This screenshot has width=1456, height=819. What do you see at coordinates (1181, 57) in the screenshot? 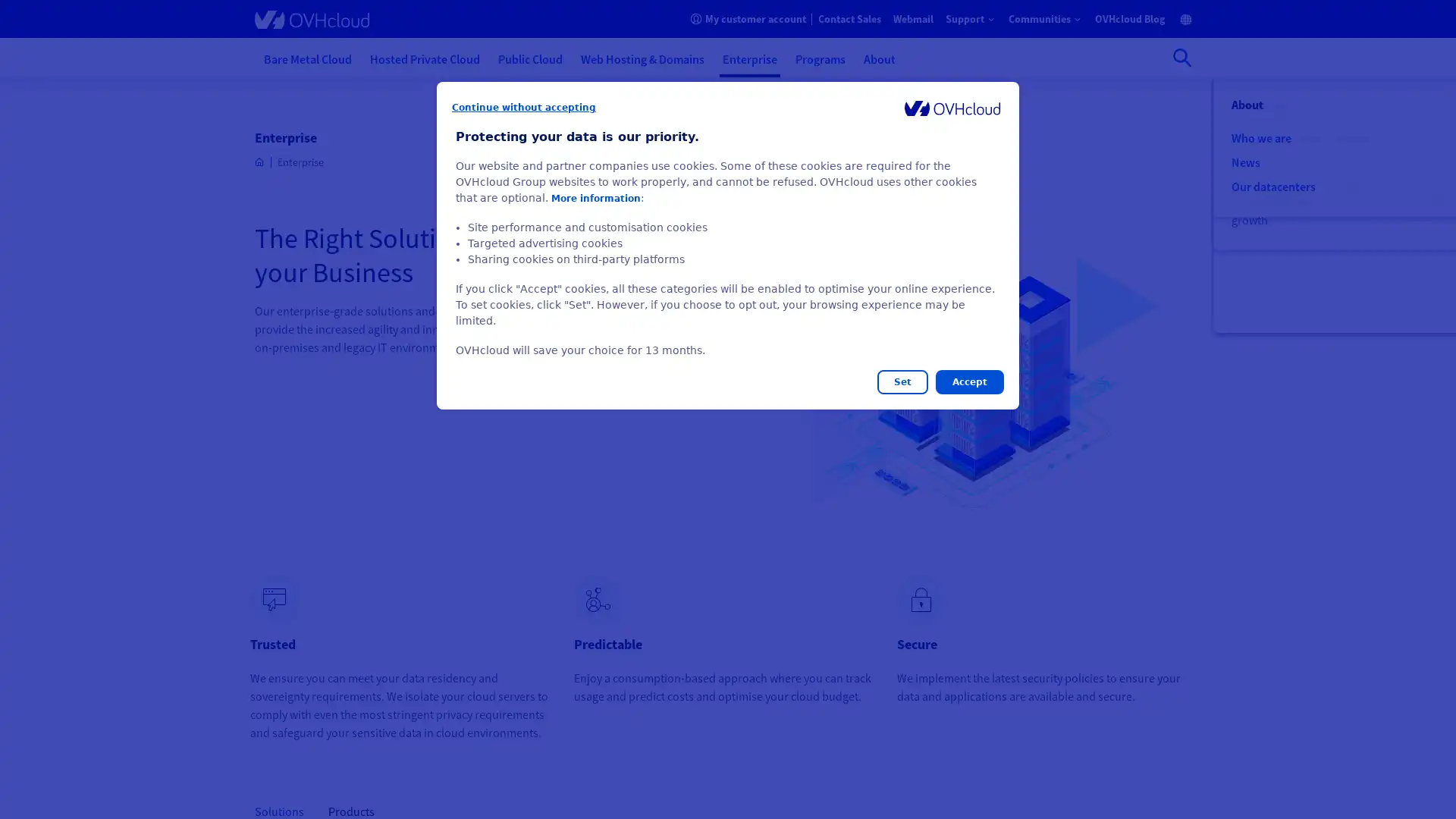
I see `Open search bar` at bounding box center [1181, 57].